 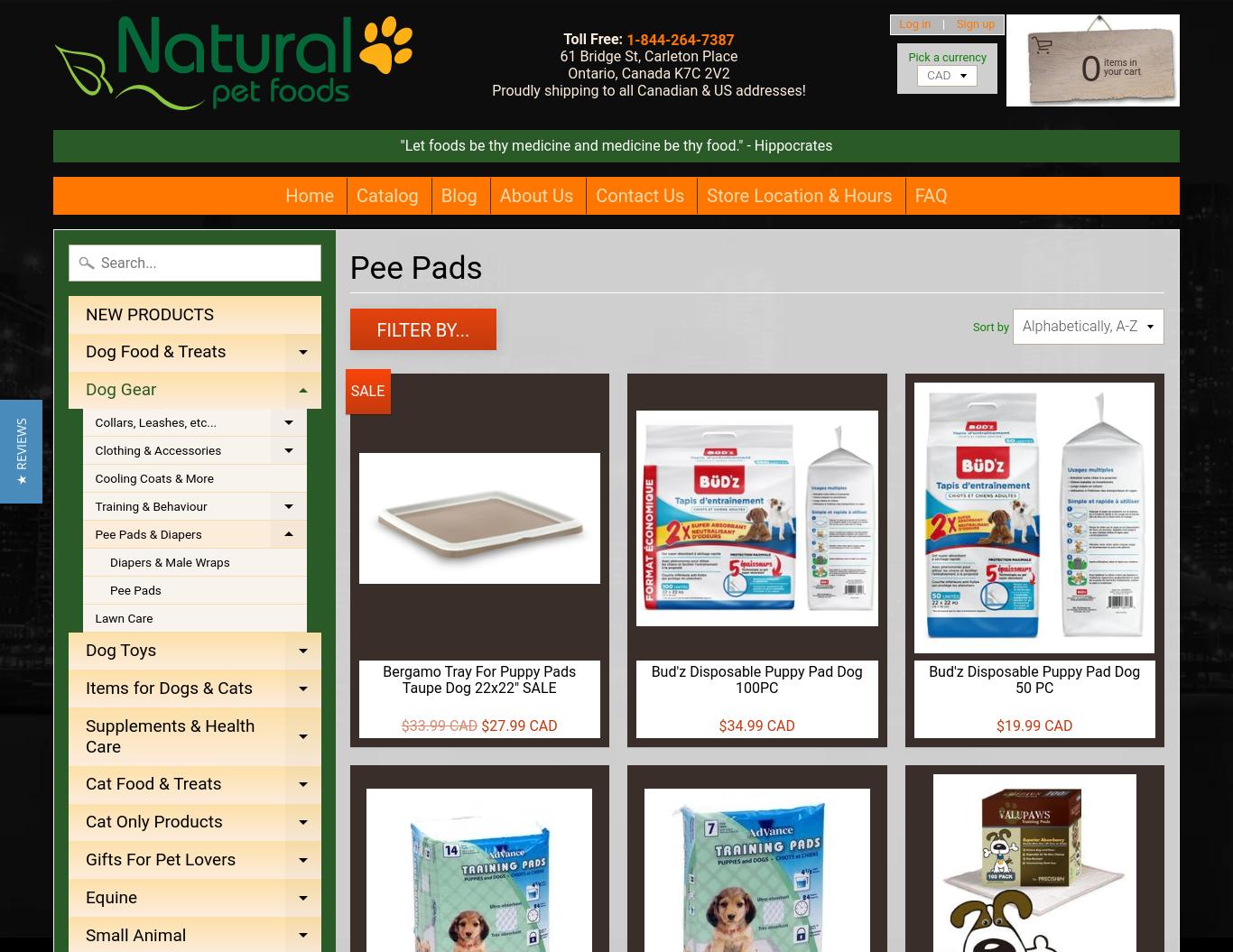 I want to click on 'items in your cart', so click(x=1103, y=66).